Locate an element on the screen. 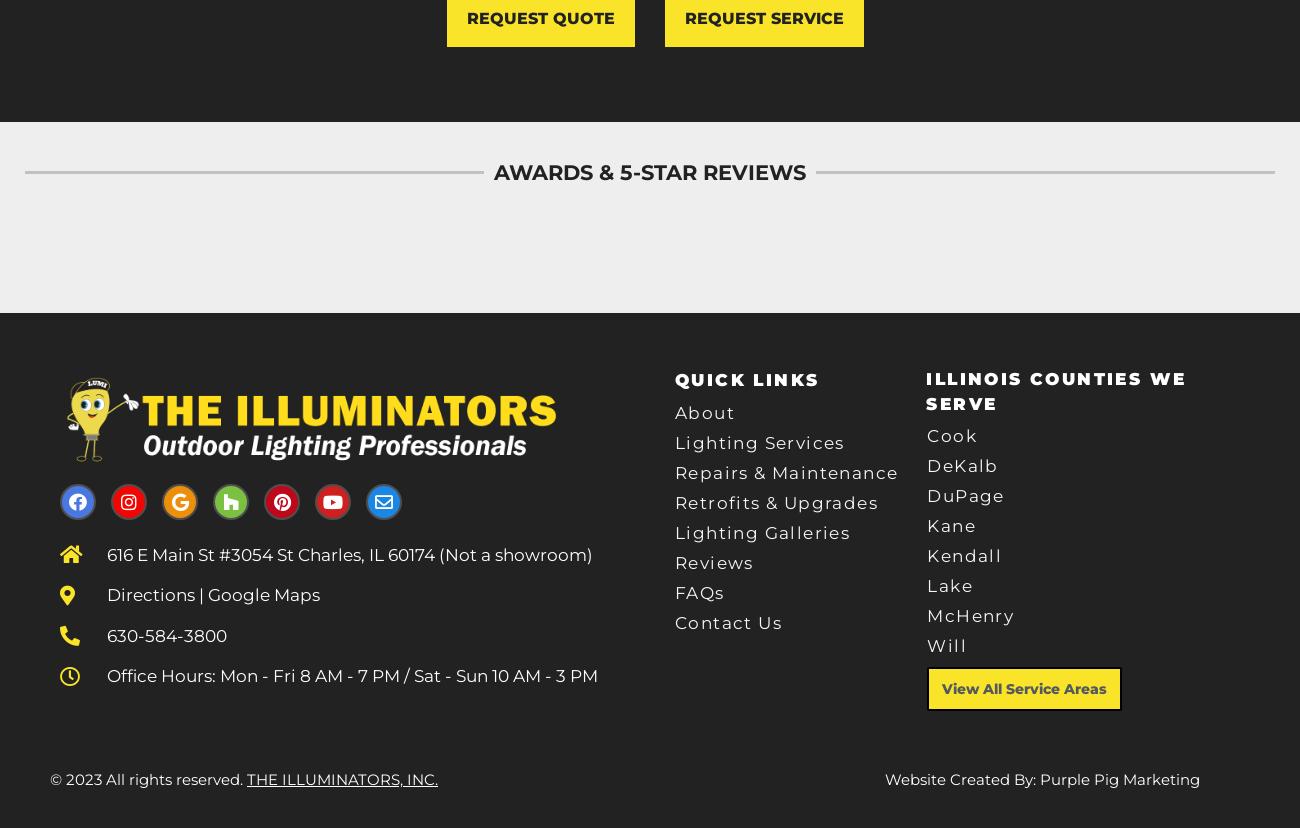 This screenshot has width=1300, height=828. 'View All Service Areas' is located at coordinates (1023, 687).